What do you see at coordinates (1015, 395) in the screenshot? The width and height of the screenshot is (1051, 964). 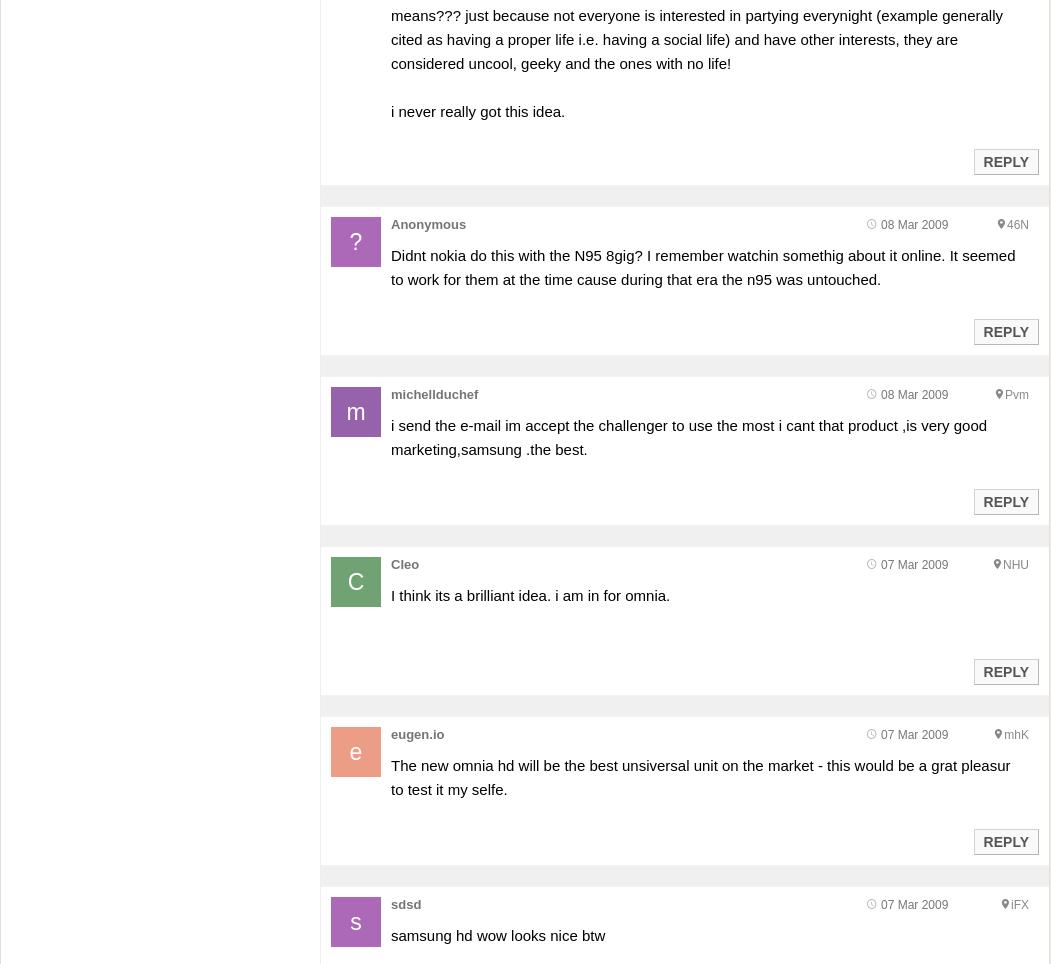 I see `'Pvm'` at bounding box center [1015, 395].